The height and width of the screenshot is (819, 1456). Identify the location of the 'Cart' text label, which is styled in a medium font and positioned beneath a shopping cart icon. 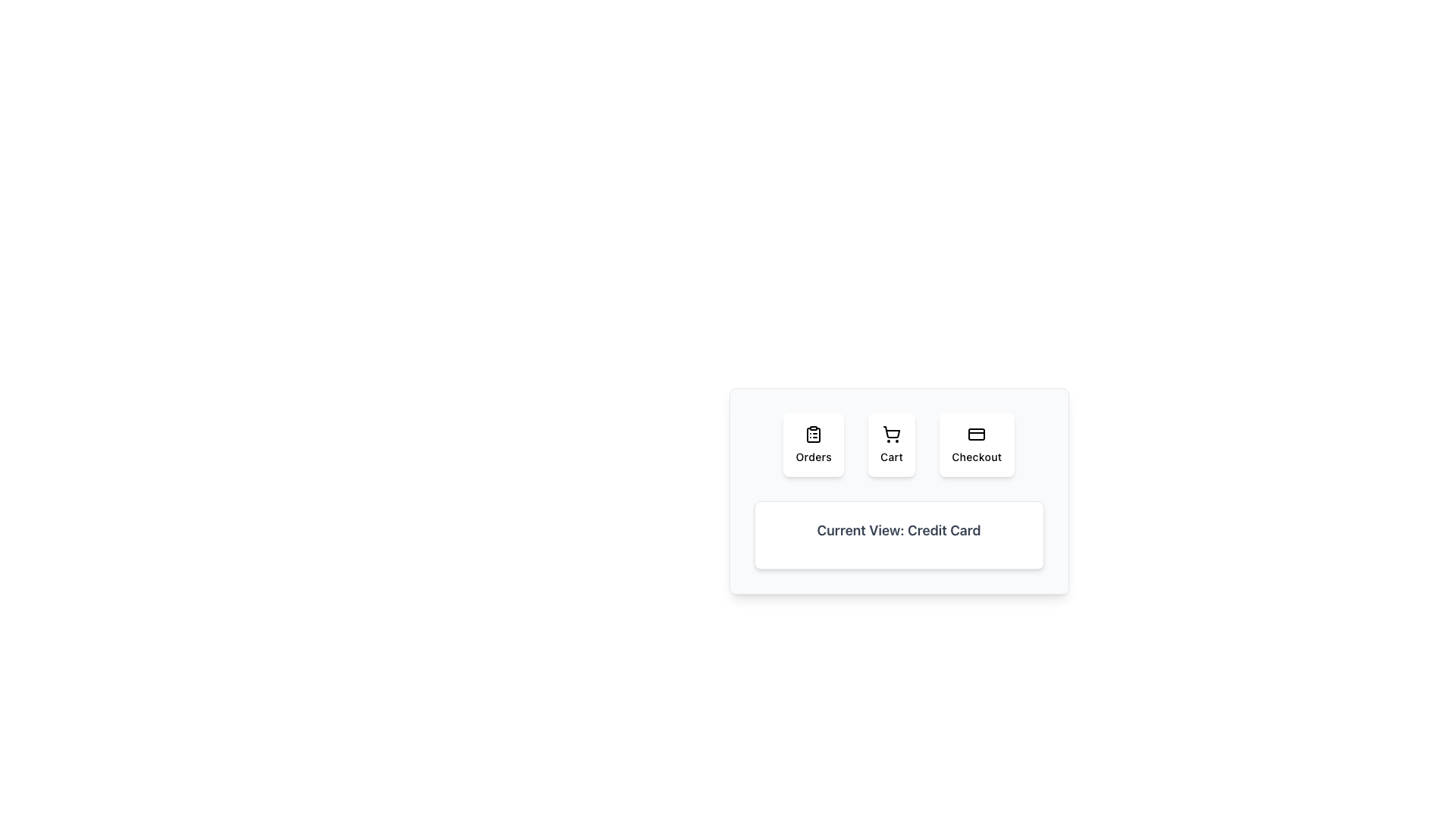
(892, 456).